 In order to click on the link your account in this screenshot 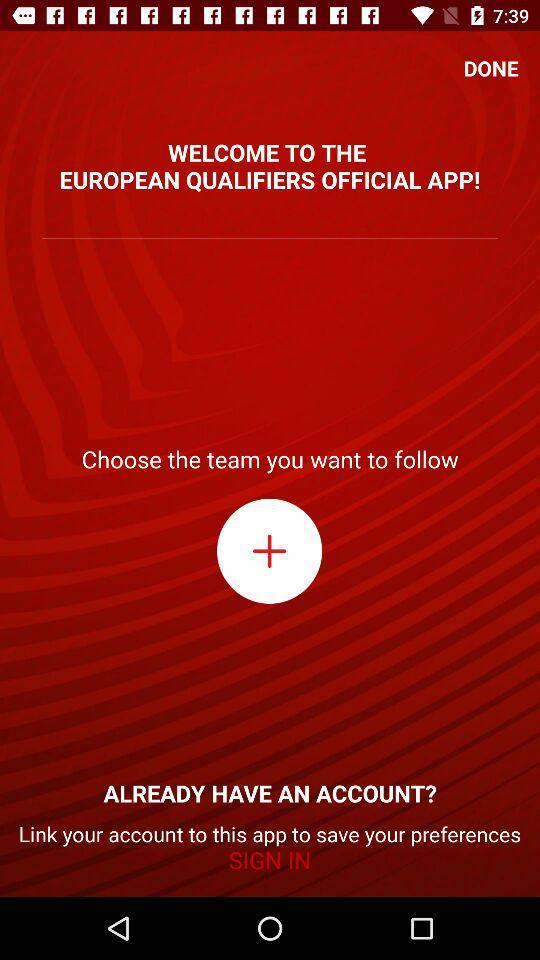, I will do `click(270, 846)`.